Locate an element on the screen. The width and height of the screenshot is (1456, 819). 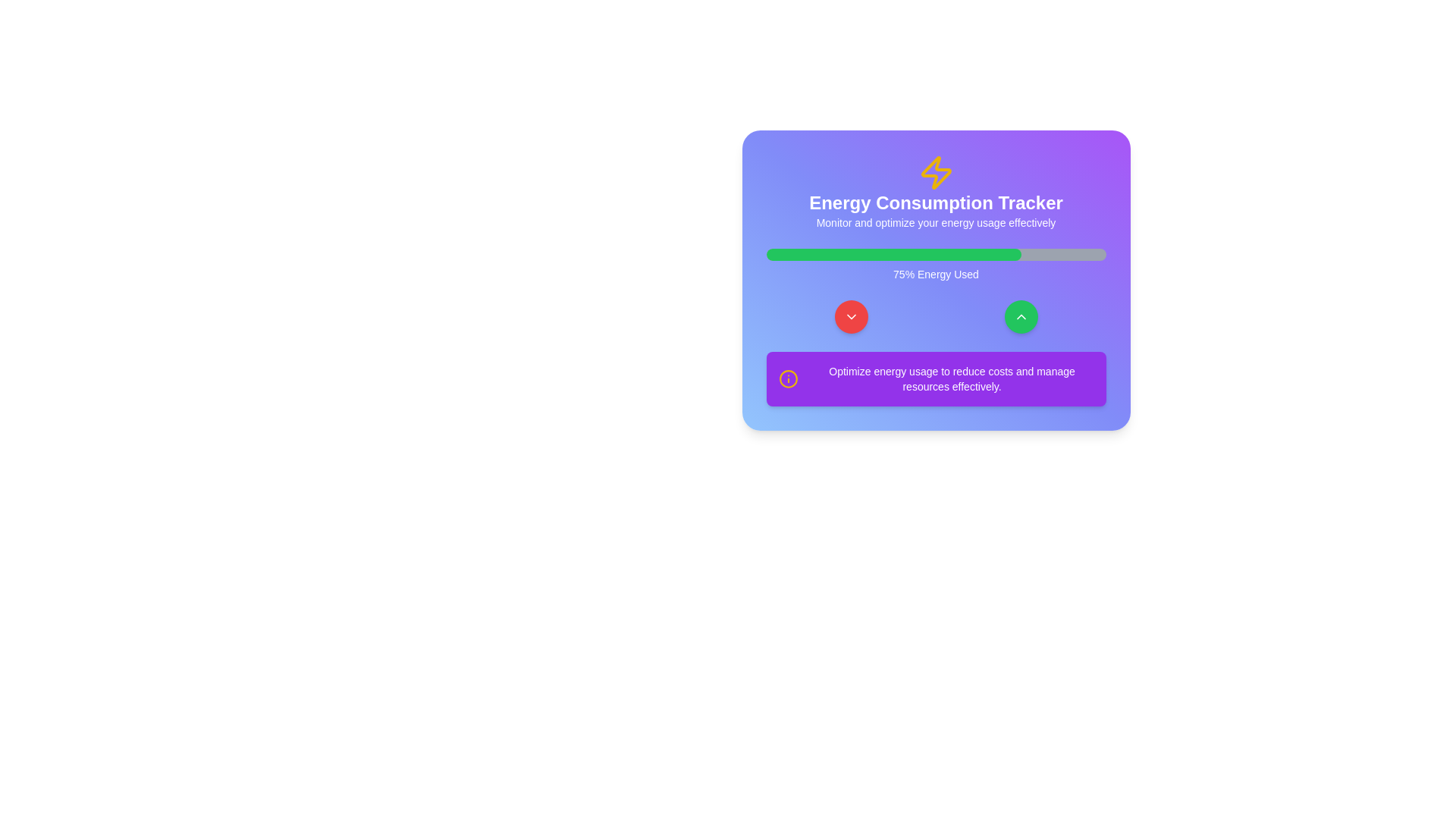
the progress bar displaying '75% Energy Used' which is located in the 'Energy Consumption Tracker' card layout is located at coordinates (935, 265).